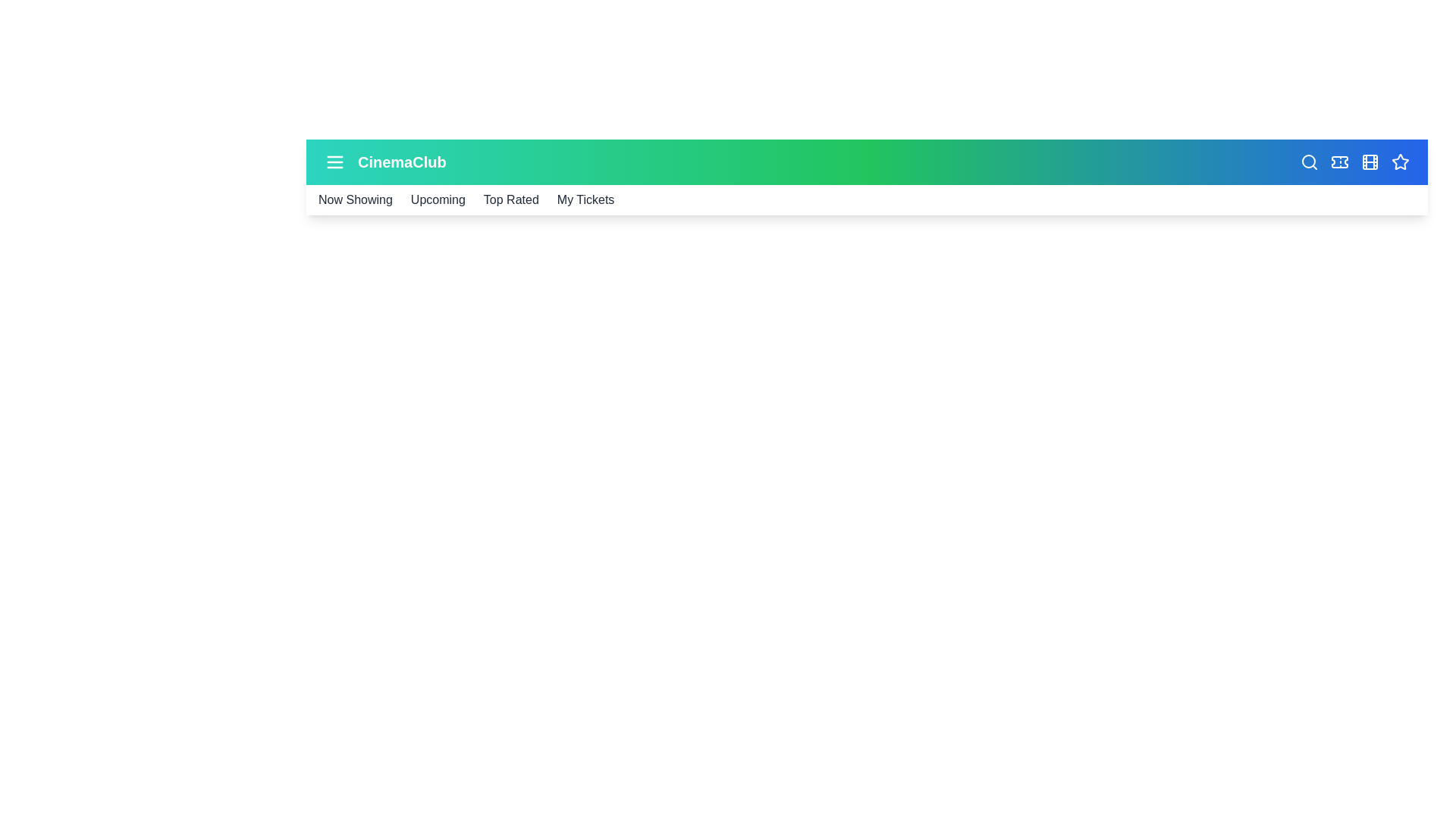 The height and width of the screenshot is (819, 1456). I want to click on the navigation link for Upcoming, so click(436, 199).